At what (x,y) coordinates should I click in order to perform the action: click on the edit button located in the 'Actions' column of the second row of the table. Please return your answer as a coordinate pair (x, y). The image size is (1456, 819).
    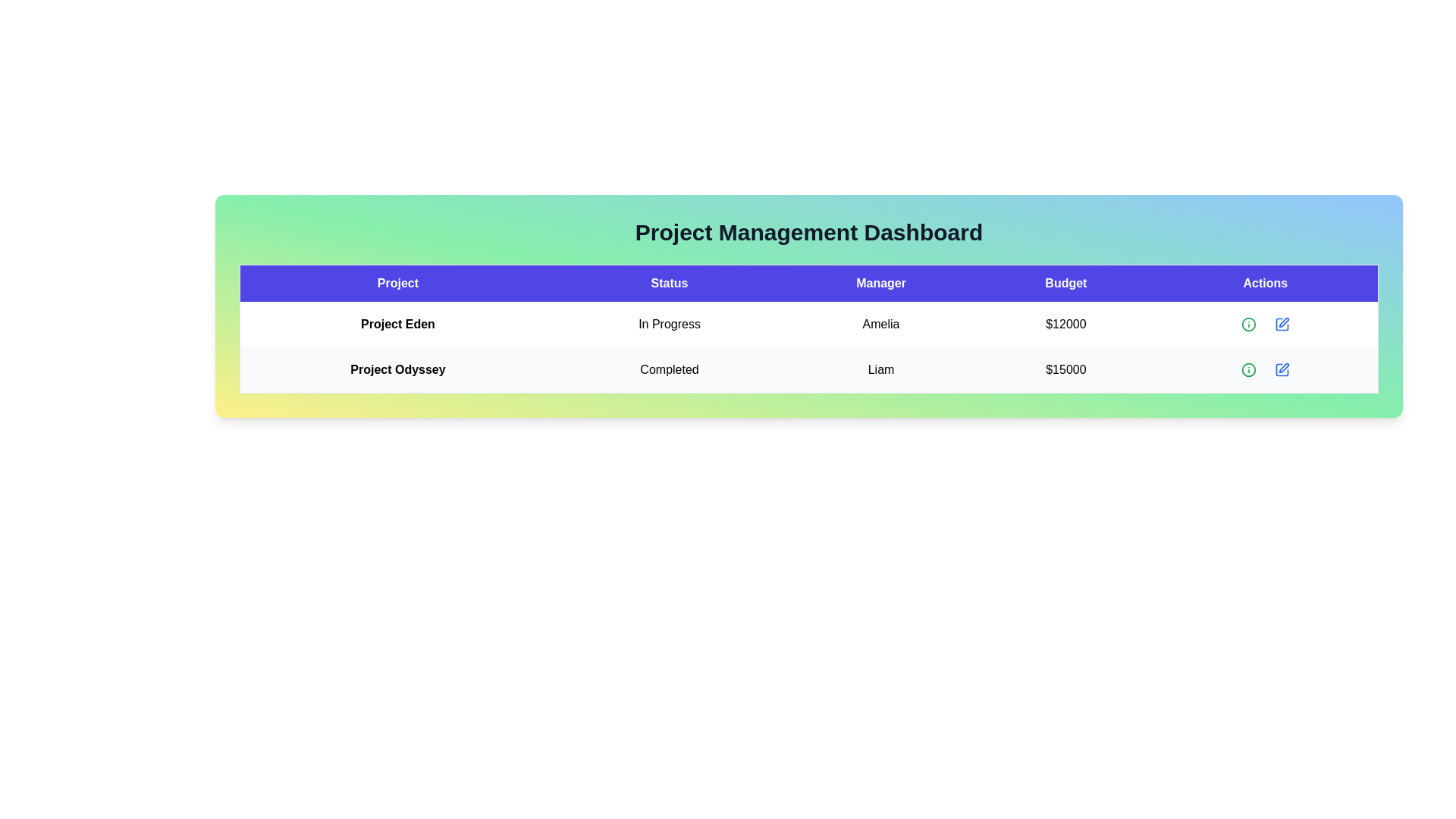
    Looking at the image, I should click on (1281, 370).